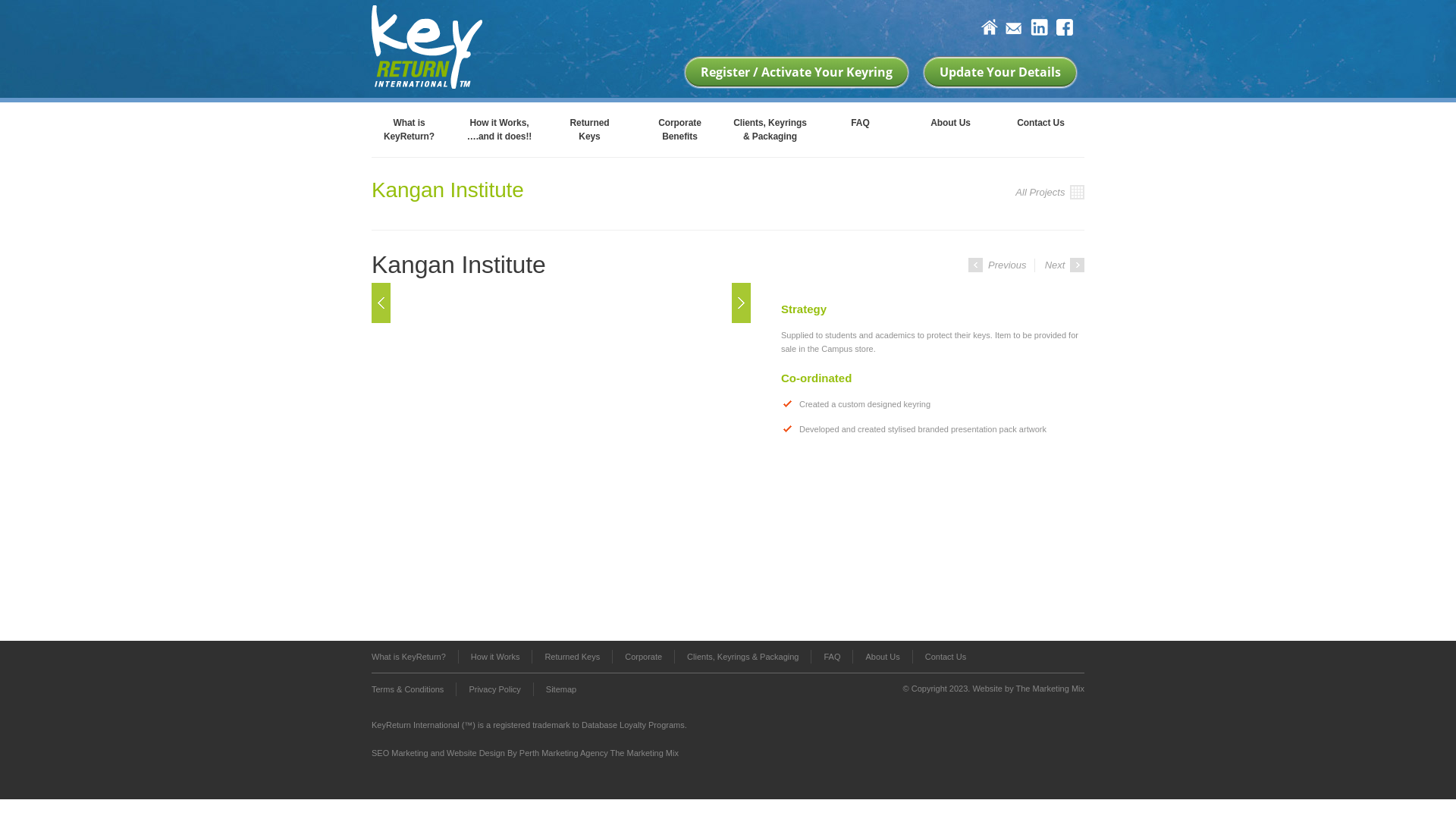 The image size is (1456, 819). Describe the element at coordinates (588, 127) in the screenshot. I see `'Returned` at that location.